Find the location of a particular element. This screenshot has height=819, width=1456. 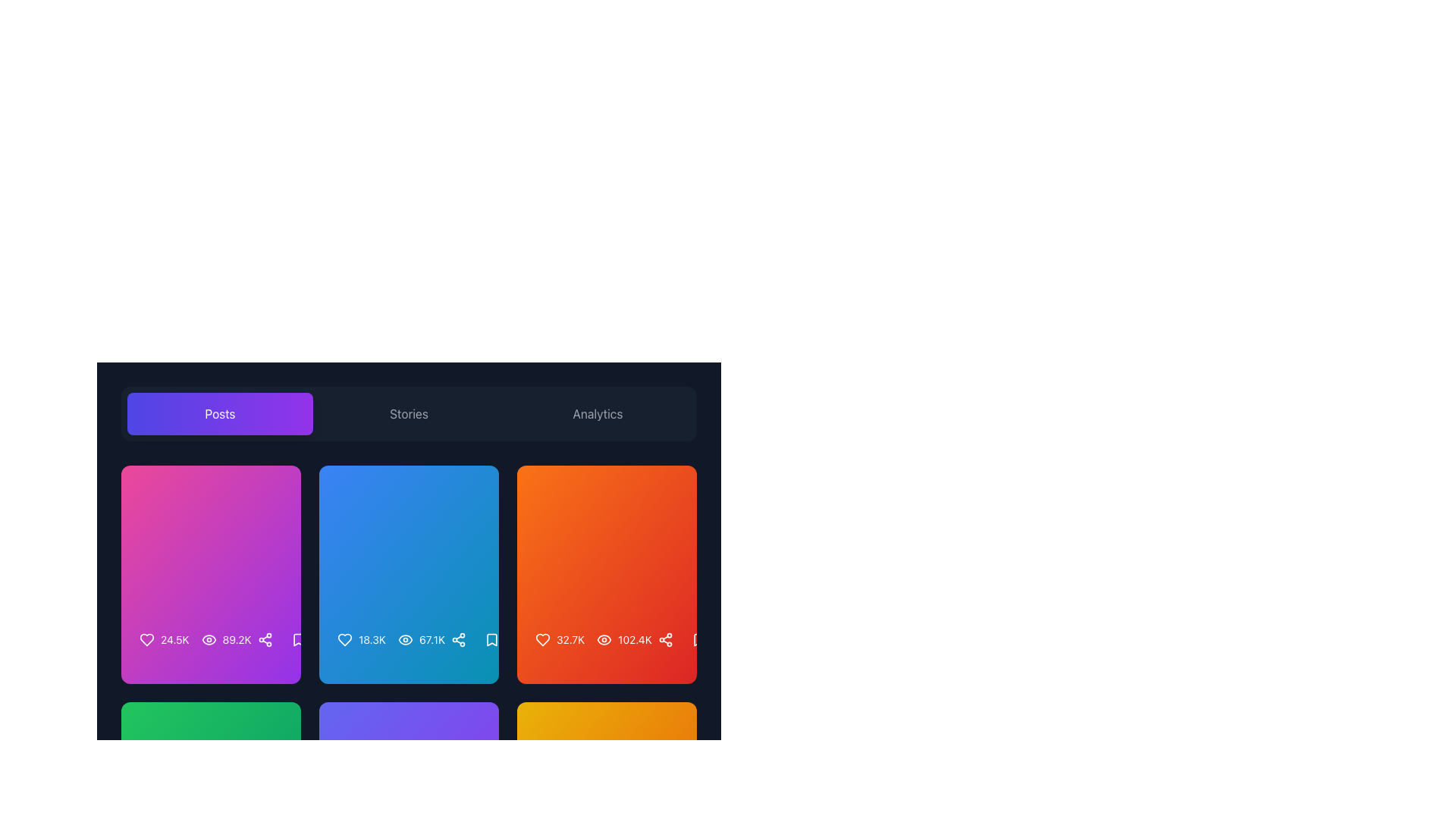

the numeric display text label that shows the number of views or followers, located within a purple card in the first column of a grid layout, specifically the third item in a horizontal group of elements is located at coordinates (236, 640).